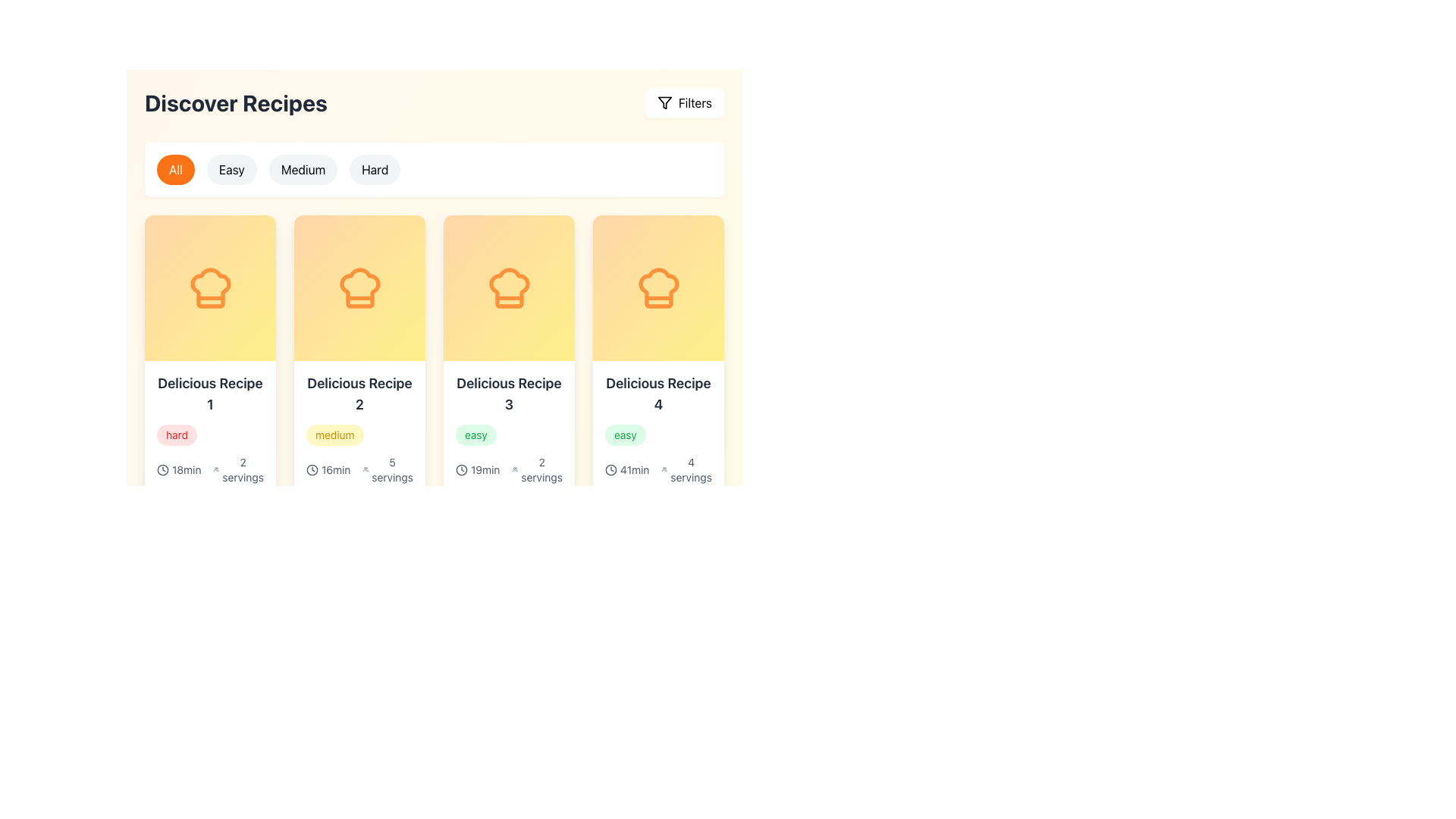 The height and width of the screenshot is (819, 1456). I want to click on the orange chef hat icon located in the 'Delicious Recipe 3' card, which is the third card from the left in a list of recipe cards, so click(509, 288).